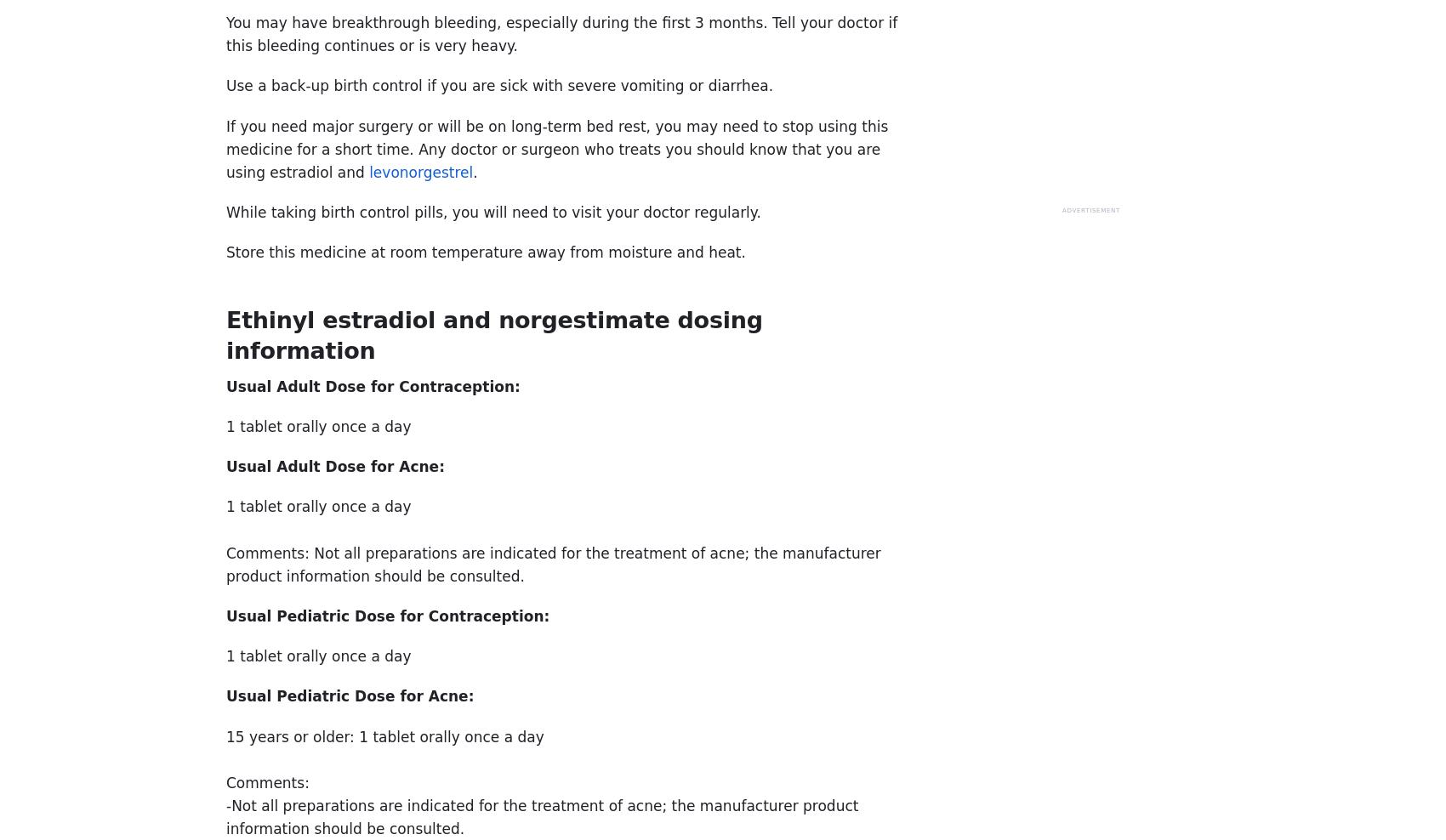 Image resolution: width=1446 pixels, height=840 pixels. I want to click on '15 years or older: 1 tablet orally once a day', so click(226, 735).